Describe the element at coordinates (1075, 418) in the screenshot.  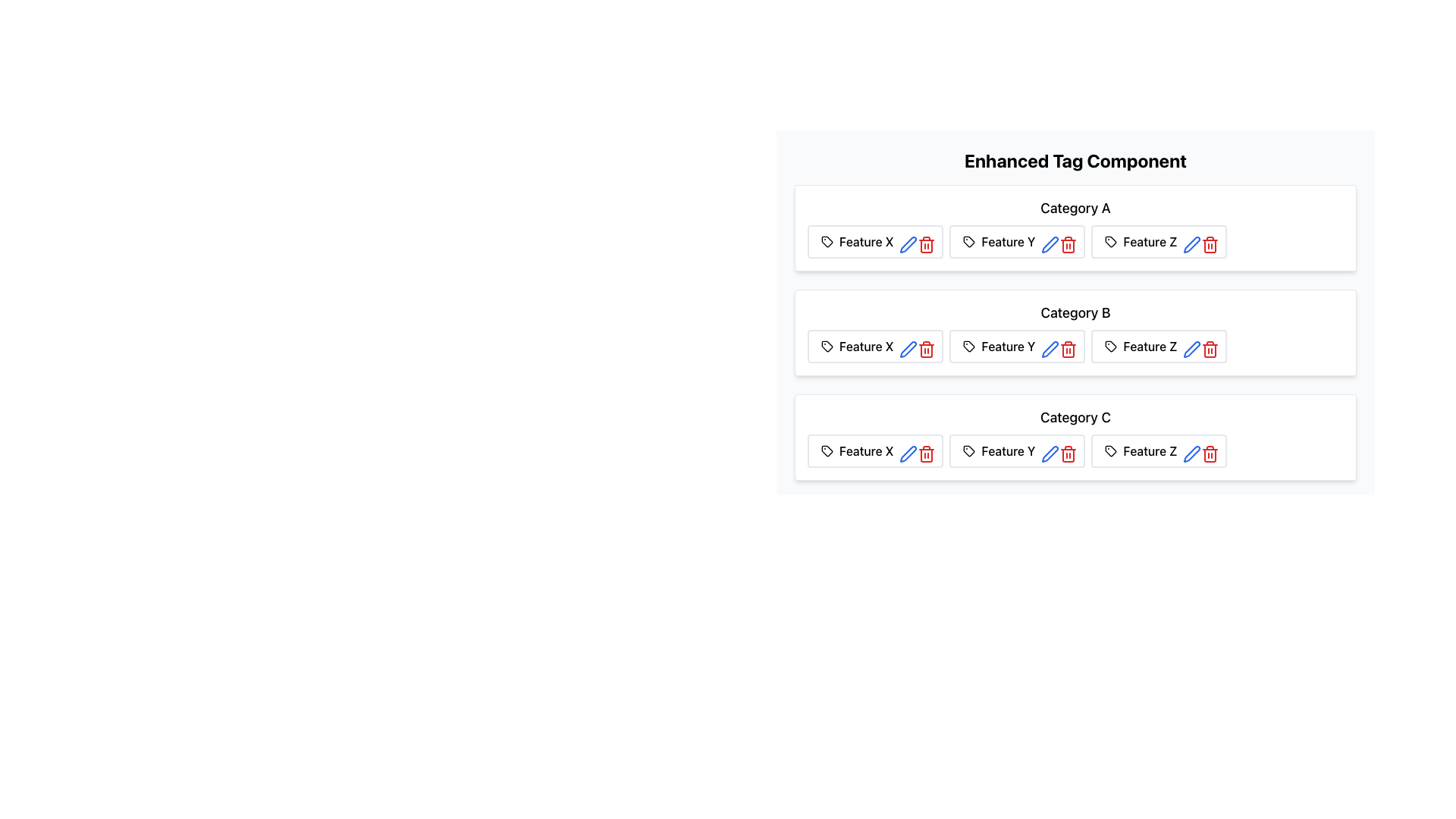
I see `the text label that serves as the title for the 'Category C' card, located at the top-center of the card, above the tags 'Feature X', 'Feature Y', and 'Feature Z'` at that location.